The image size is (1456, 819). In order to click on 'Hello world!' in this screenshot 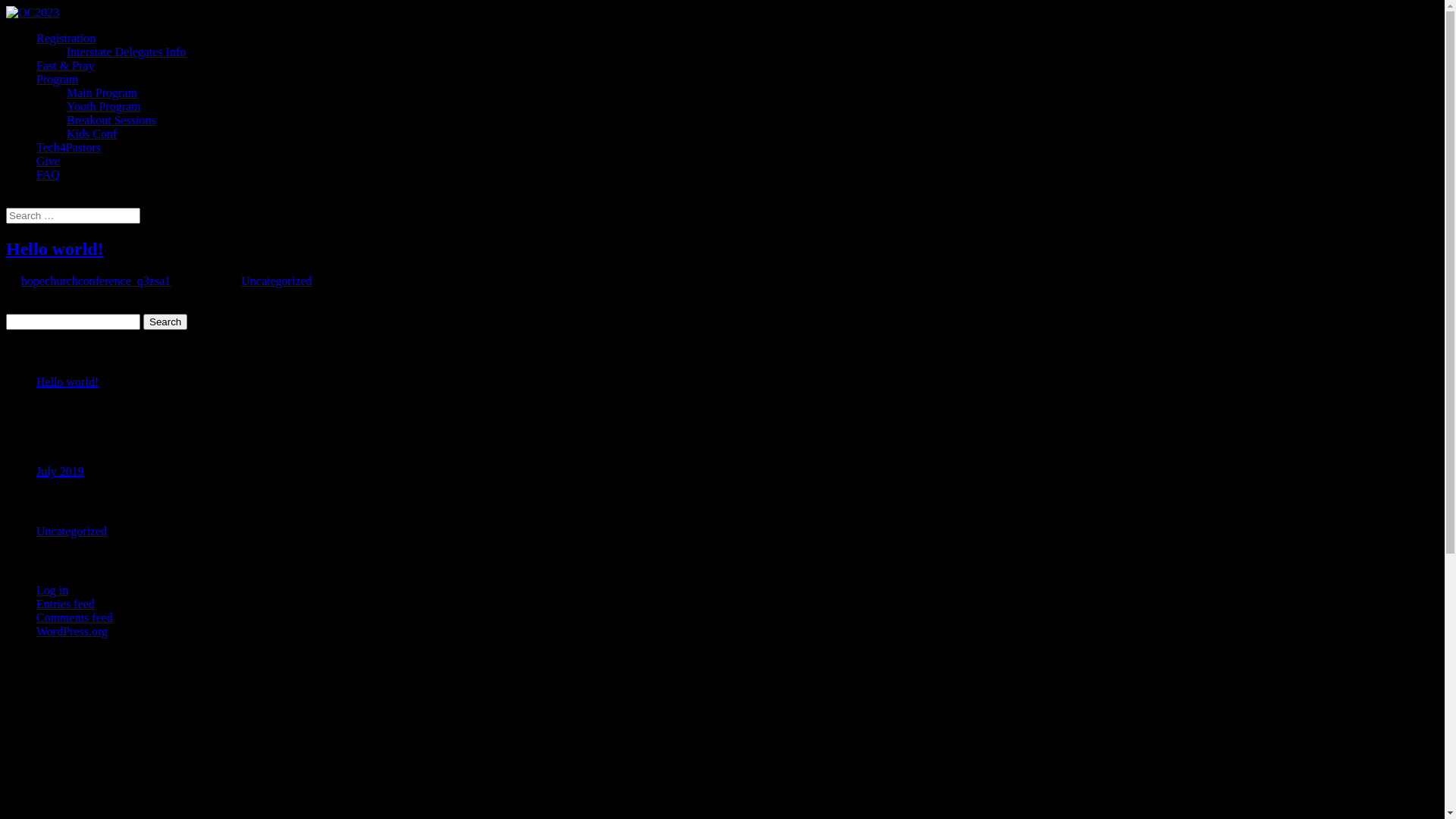, I will do `click(55, 247)`.